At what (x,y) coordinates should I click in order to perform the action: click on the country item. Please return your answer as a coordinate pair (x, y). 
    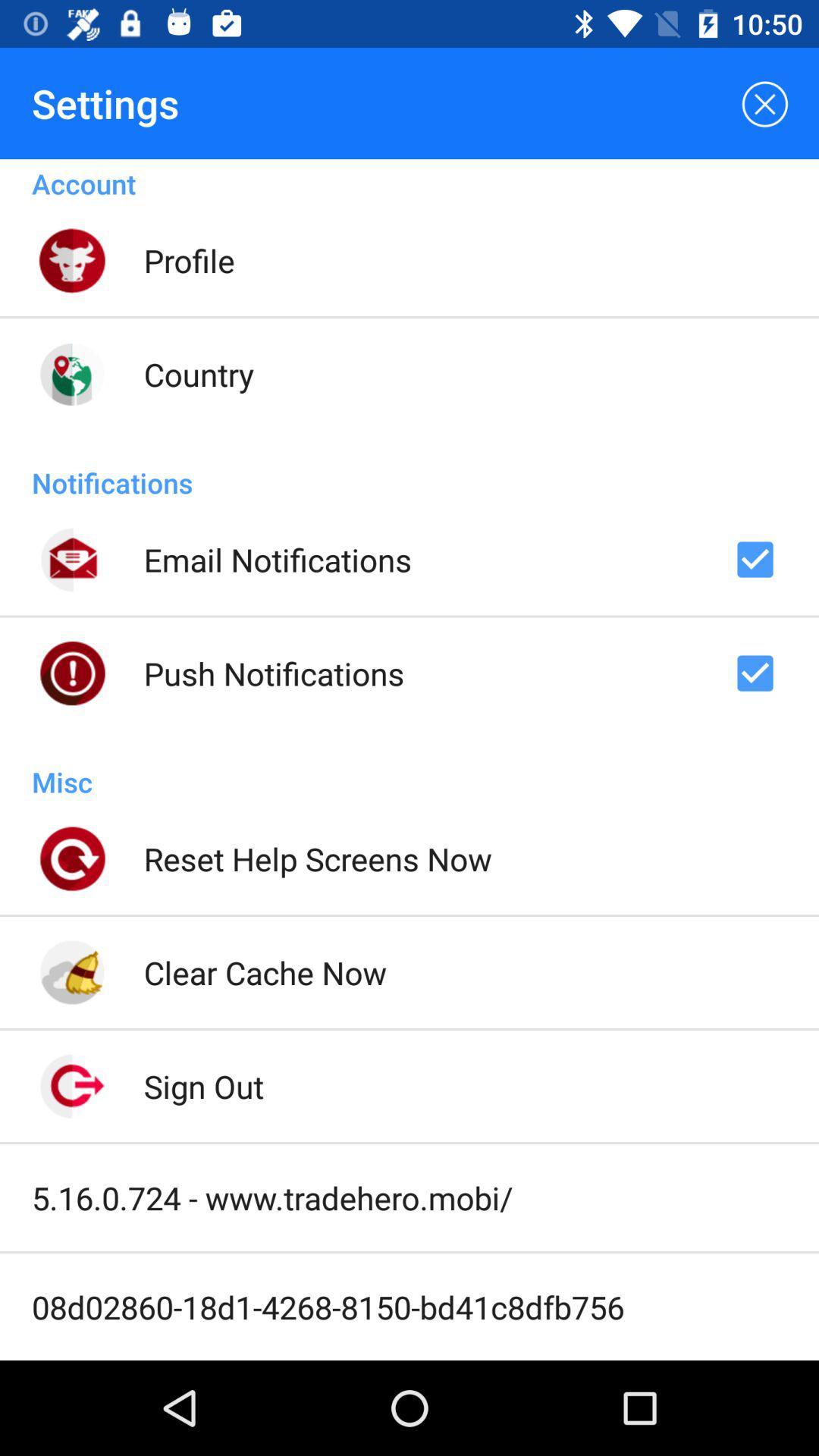
    Looking at the image, I should click on (198, 374).